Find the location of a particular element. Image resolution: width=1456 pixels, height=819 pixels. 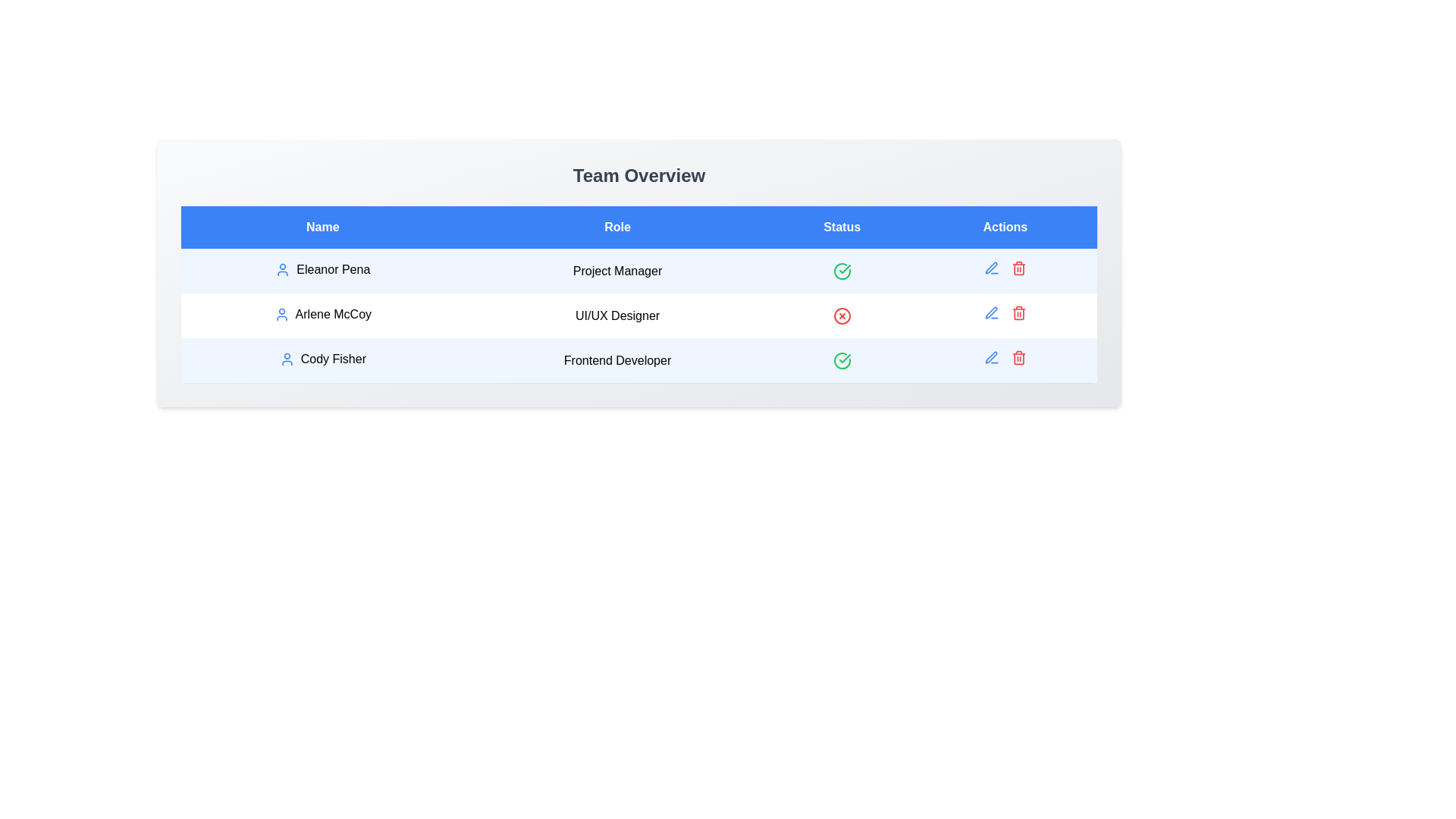

the green circular icon with a check mark in the 'Status' column of the third row is located at coordinates (841, 360).